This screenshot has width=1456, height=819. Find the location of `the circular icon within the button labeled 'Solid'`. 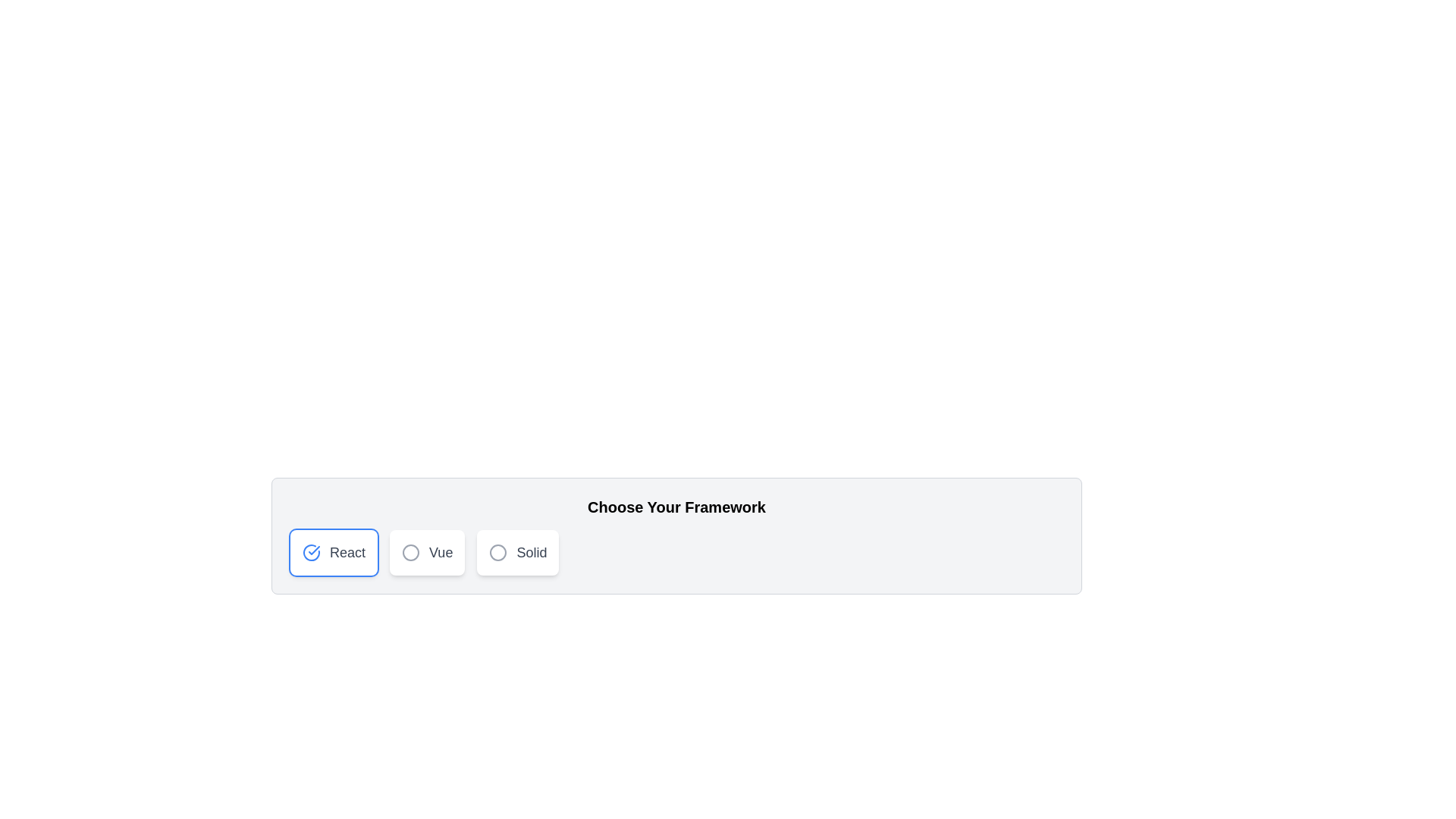

the circular icon within the button labeled 'Solid' is located at coordinates (498, 553).